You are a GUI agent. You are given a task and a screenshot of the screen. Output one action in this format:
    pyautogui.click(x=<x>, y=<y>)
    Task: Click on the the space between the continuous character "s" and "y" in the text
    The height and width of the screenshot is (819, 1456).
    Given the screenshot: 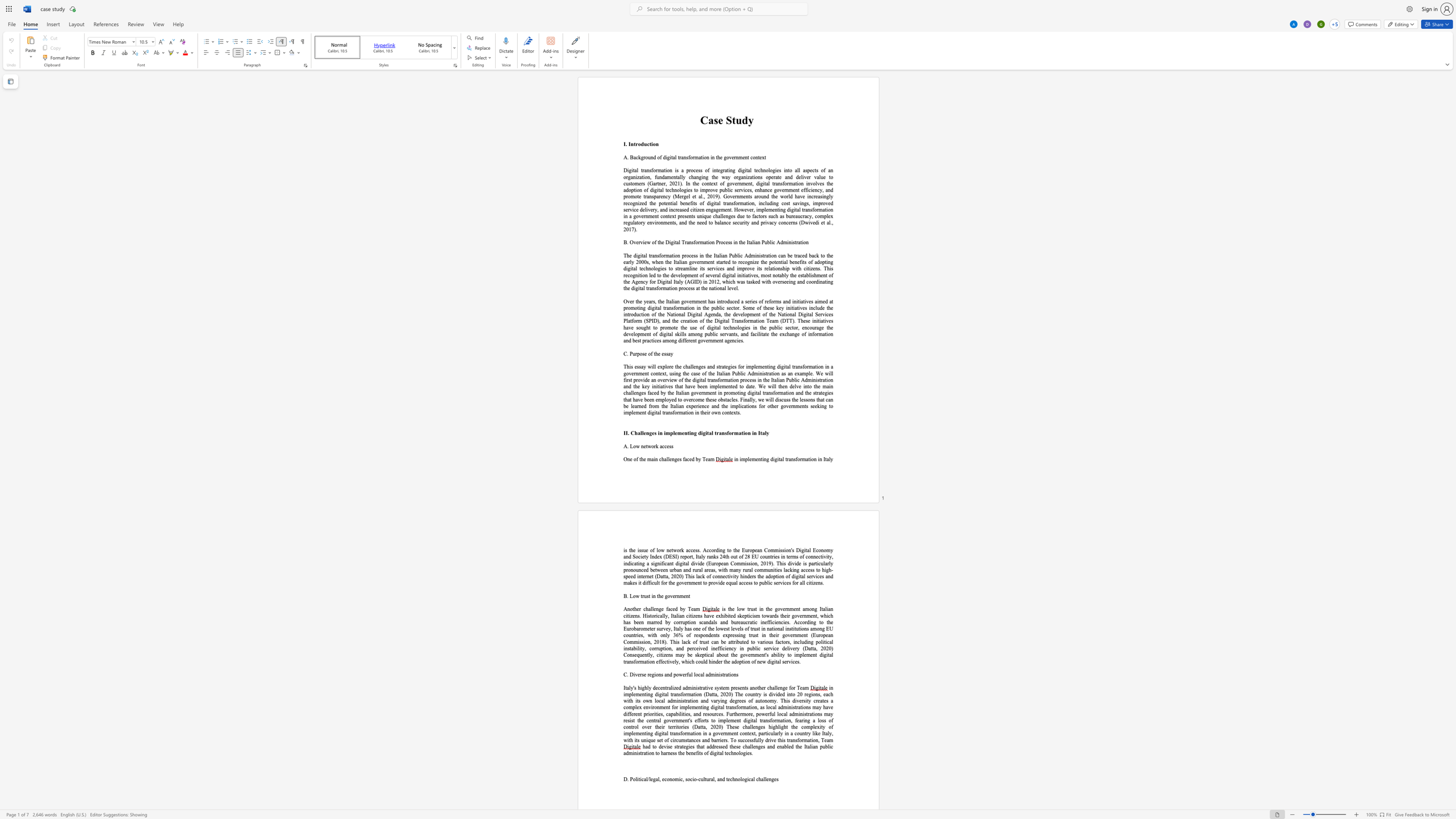 What is the action you would take?
    pyautogui.click(x=716, y=687)
    